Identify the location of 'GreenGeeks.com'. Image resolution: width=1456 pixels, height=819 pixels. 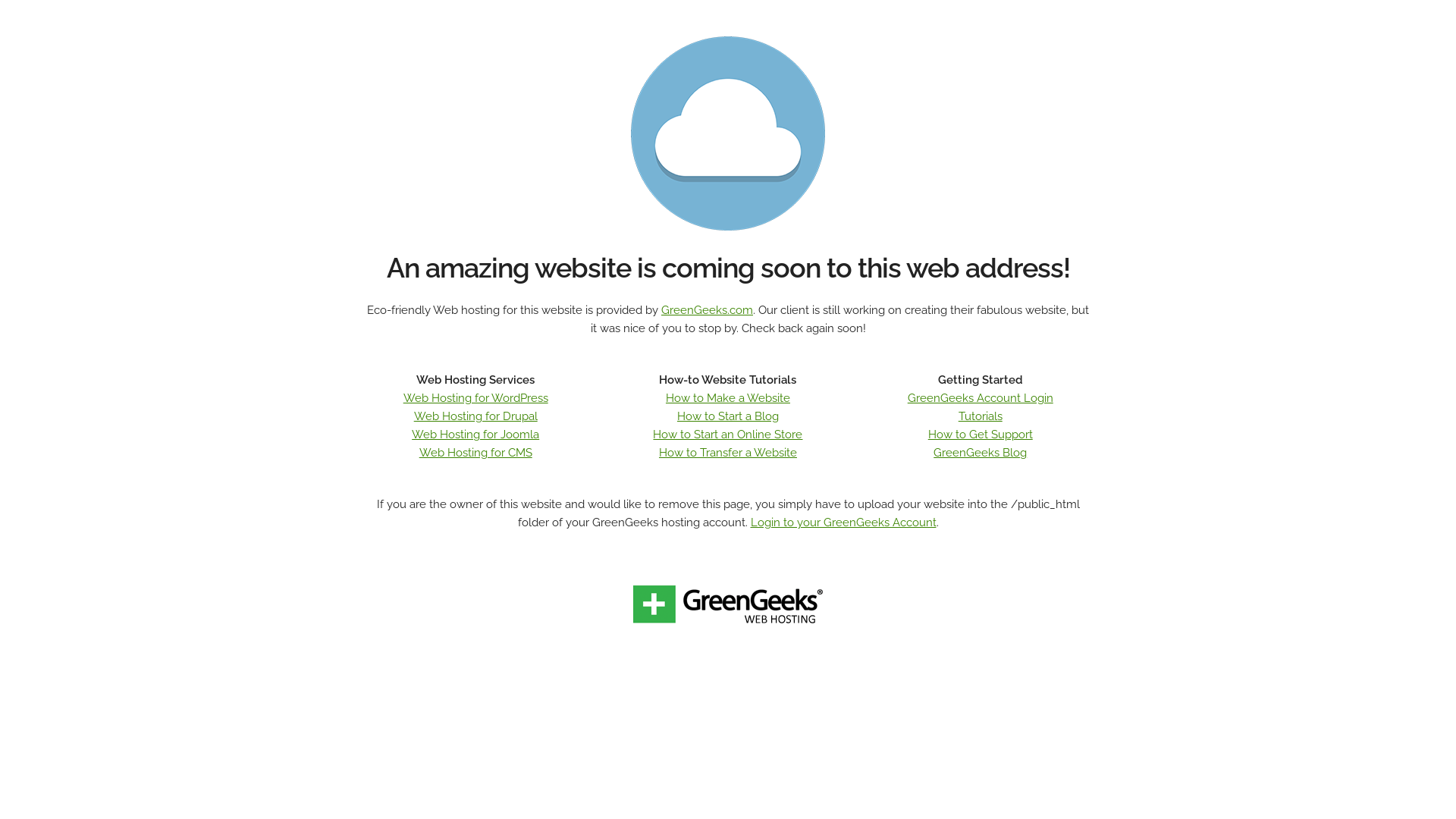
(706, 309).